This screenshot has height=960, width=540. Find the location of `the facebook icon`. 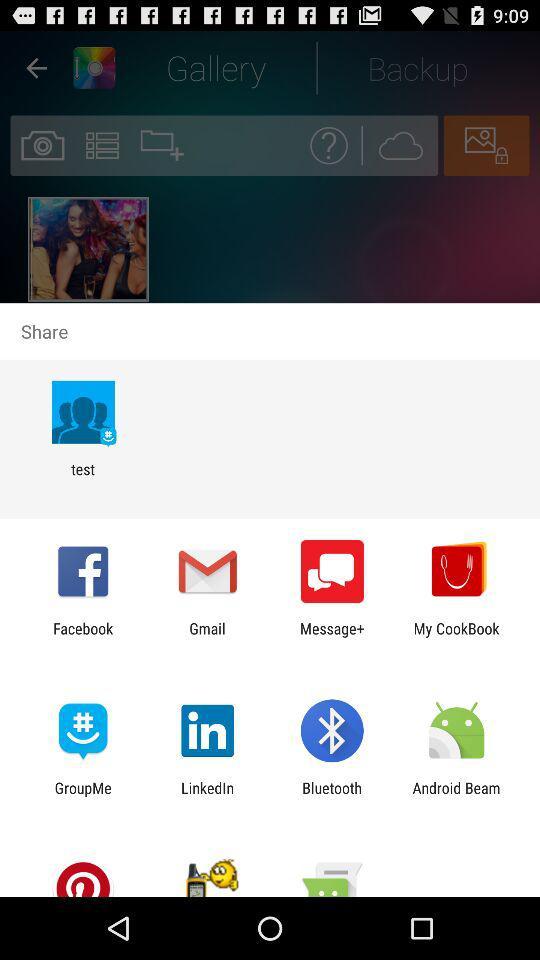

the facebook icon is located at coordinates (82, 636).